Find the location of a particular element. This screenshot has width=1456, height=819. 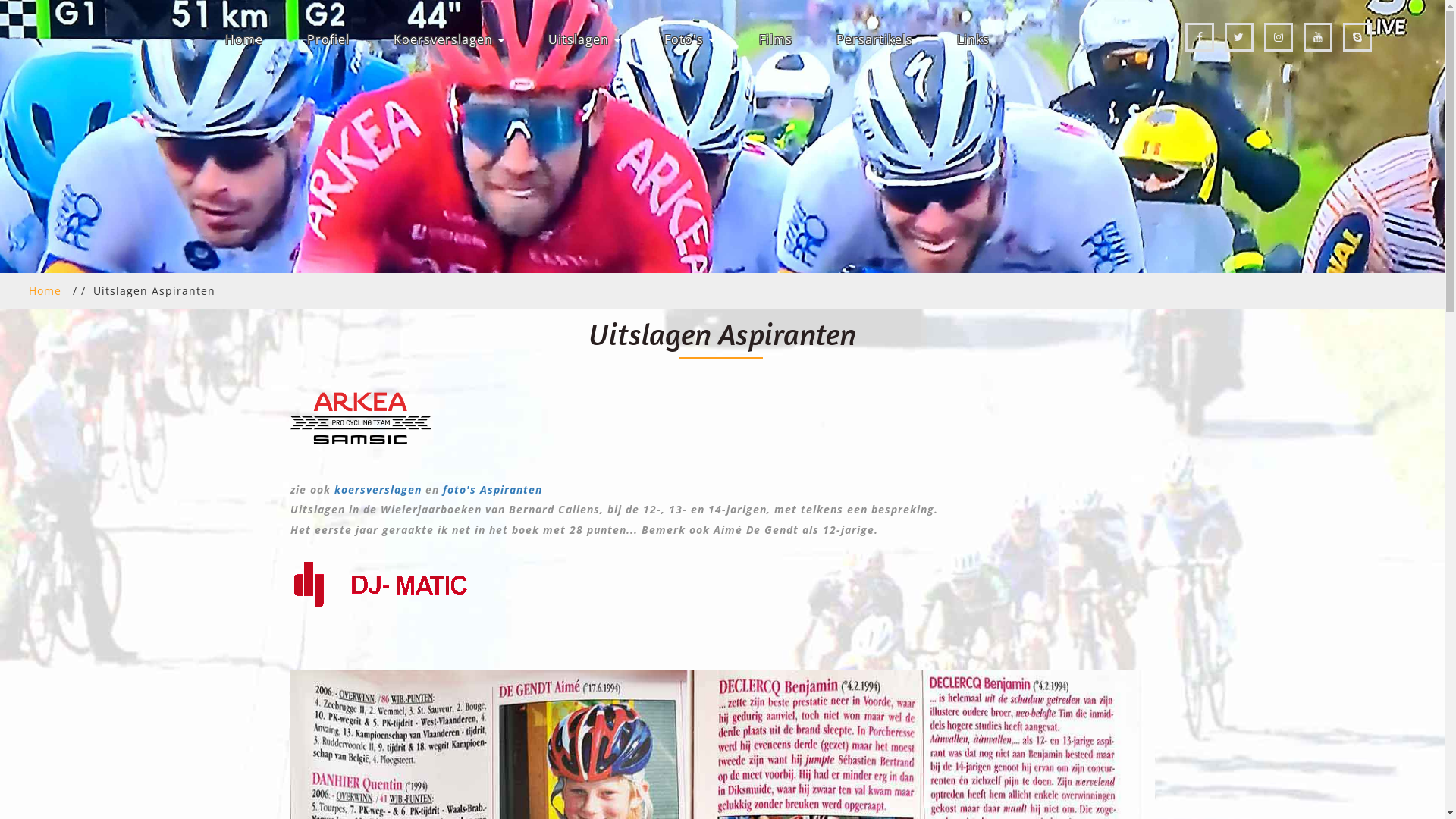

'Uitslagen' is located at coordinates (529, 38).